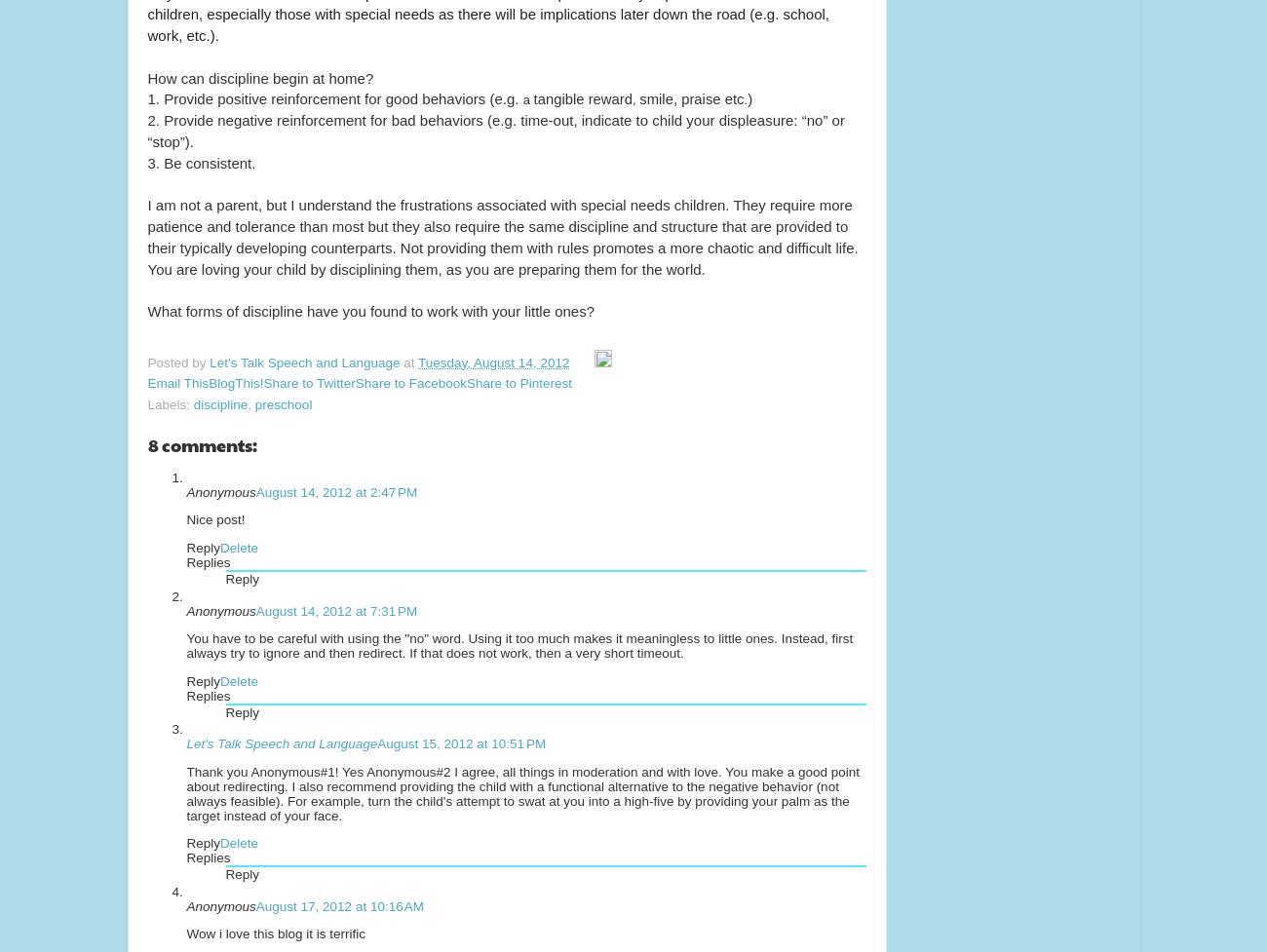  Describe the element at coordinates (201, 444) in the screenshot. I see `'8 comments:'` at that location.